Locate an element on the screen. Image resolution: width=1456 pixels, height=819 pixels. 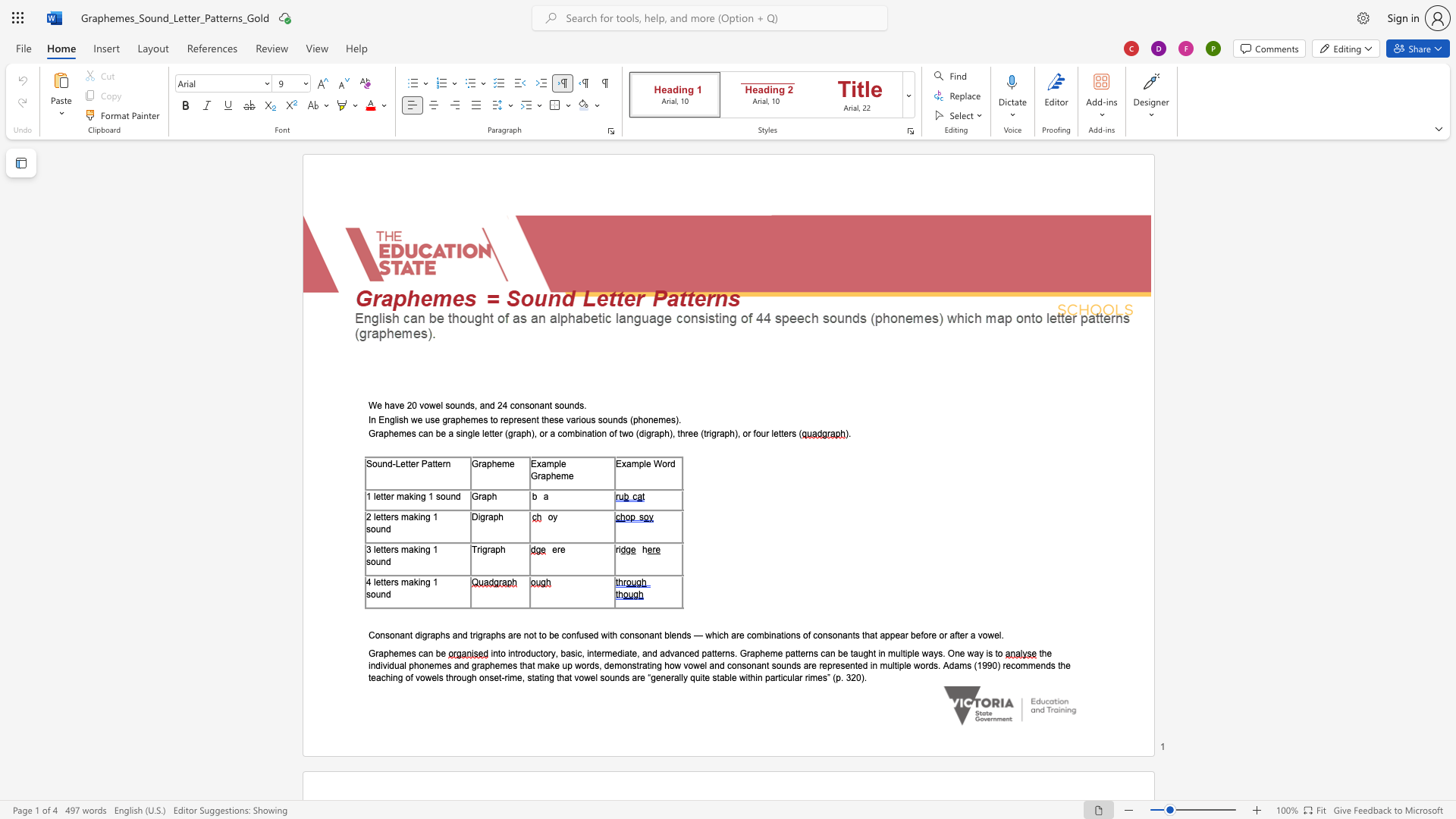
the 3th character "o" in the text is located at coordinates (598, 434).